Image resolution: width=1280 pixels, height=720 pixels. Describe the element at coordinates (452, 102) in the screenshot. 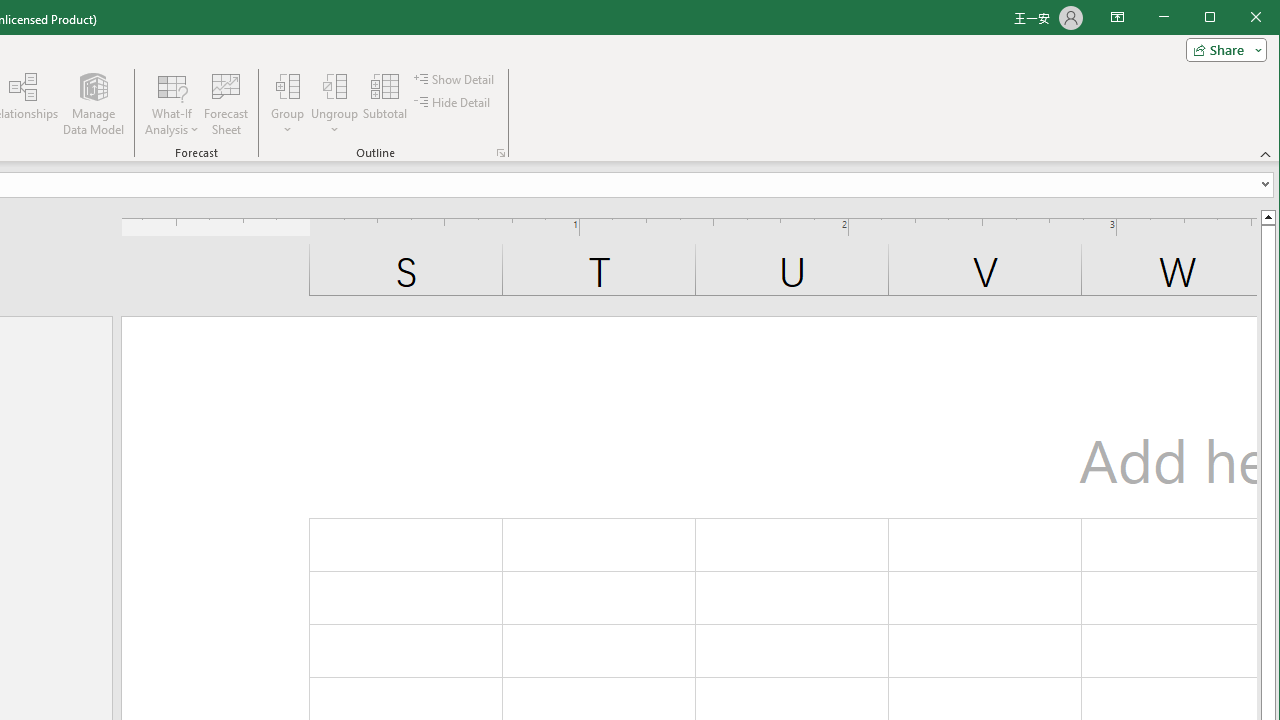

I see `'Hide Detail'` at that location.